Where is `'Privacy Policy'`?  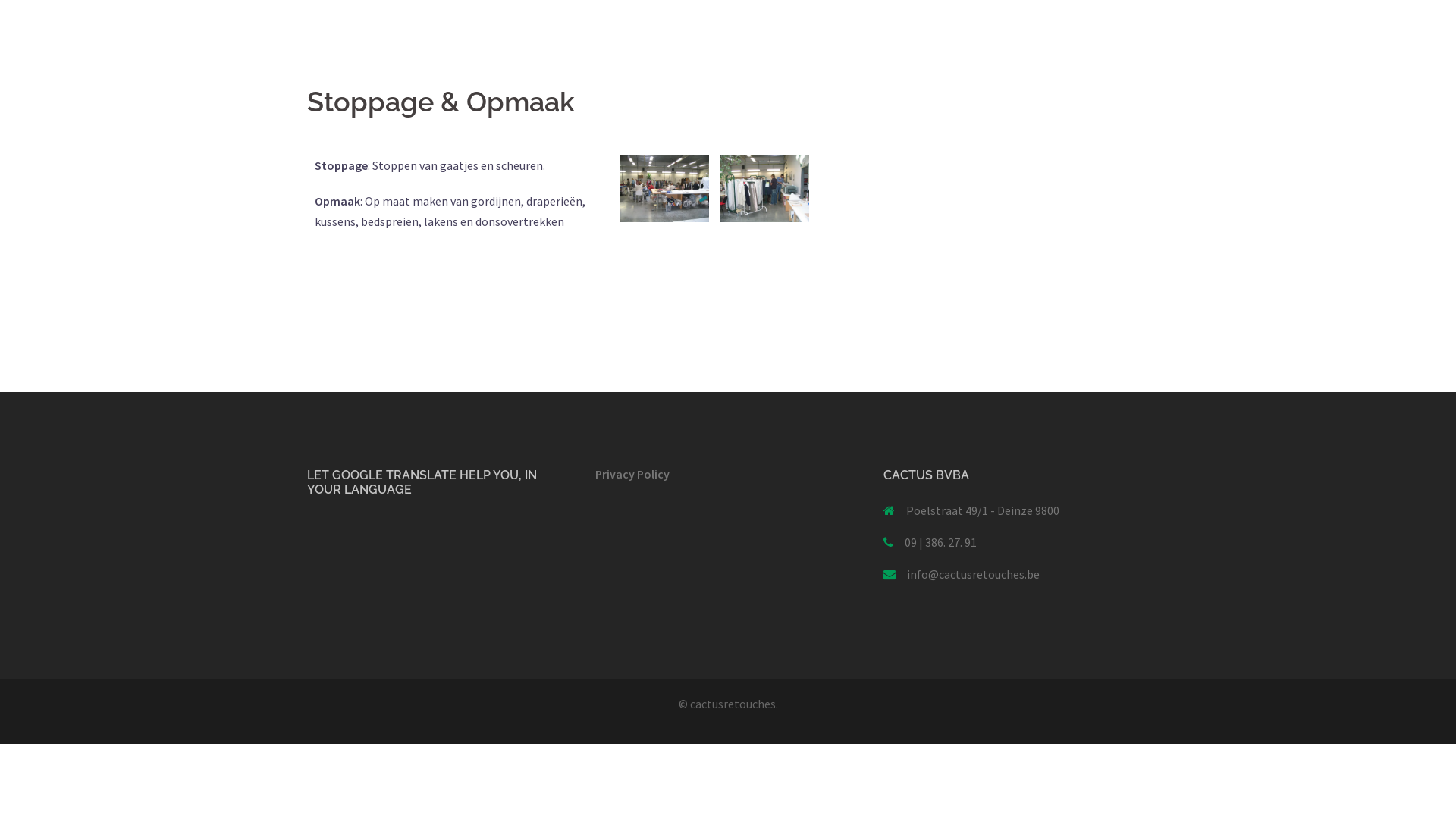 'Privacy Policy' is located at coordinates (632, 472).